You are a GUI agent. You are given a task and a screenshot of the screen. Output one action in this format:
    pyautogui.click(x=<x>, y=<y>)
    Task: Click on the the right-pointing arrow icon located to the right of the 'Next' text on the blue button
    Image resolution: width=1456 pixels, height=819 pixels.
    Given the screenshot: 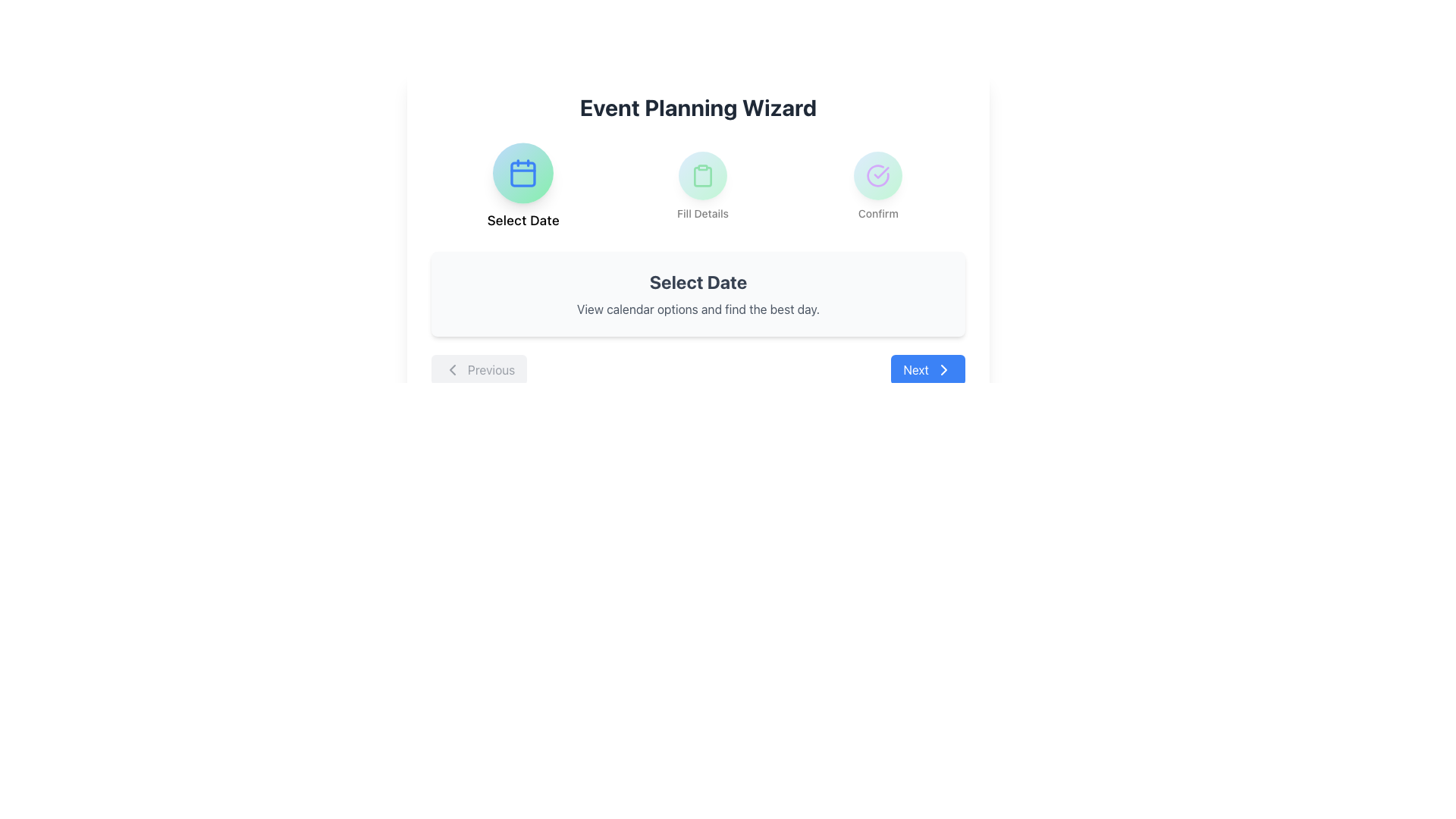 What is the action you would take?
    pyautogui.click(x=943, y=370)
    